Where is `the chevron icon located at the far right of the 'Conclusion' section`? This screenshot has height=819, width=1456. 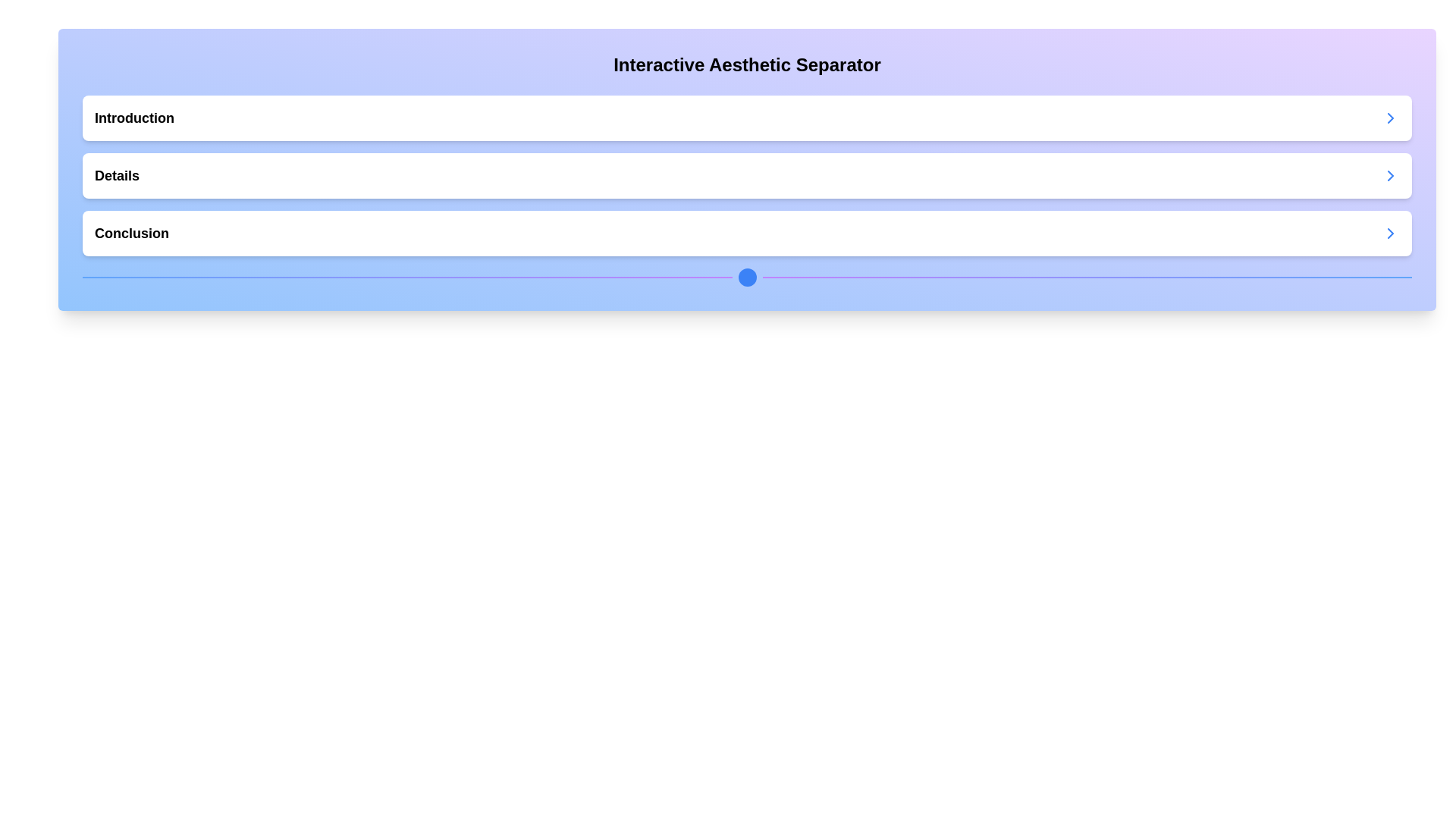 the chevron icon located at the far right of the 'Conclusion' section is located at coordinates (1390, 234).